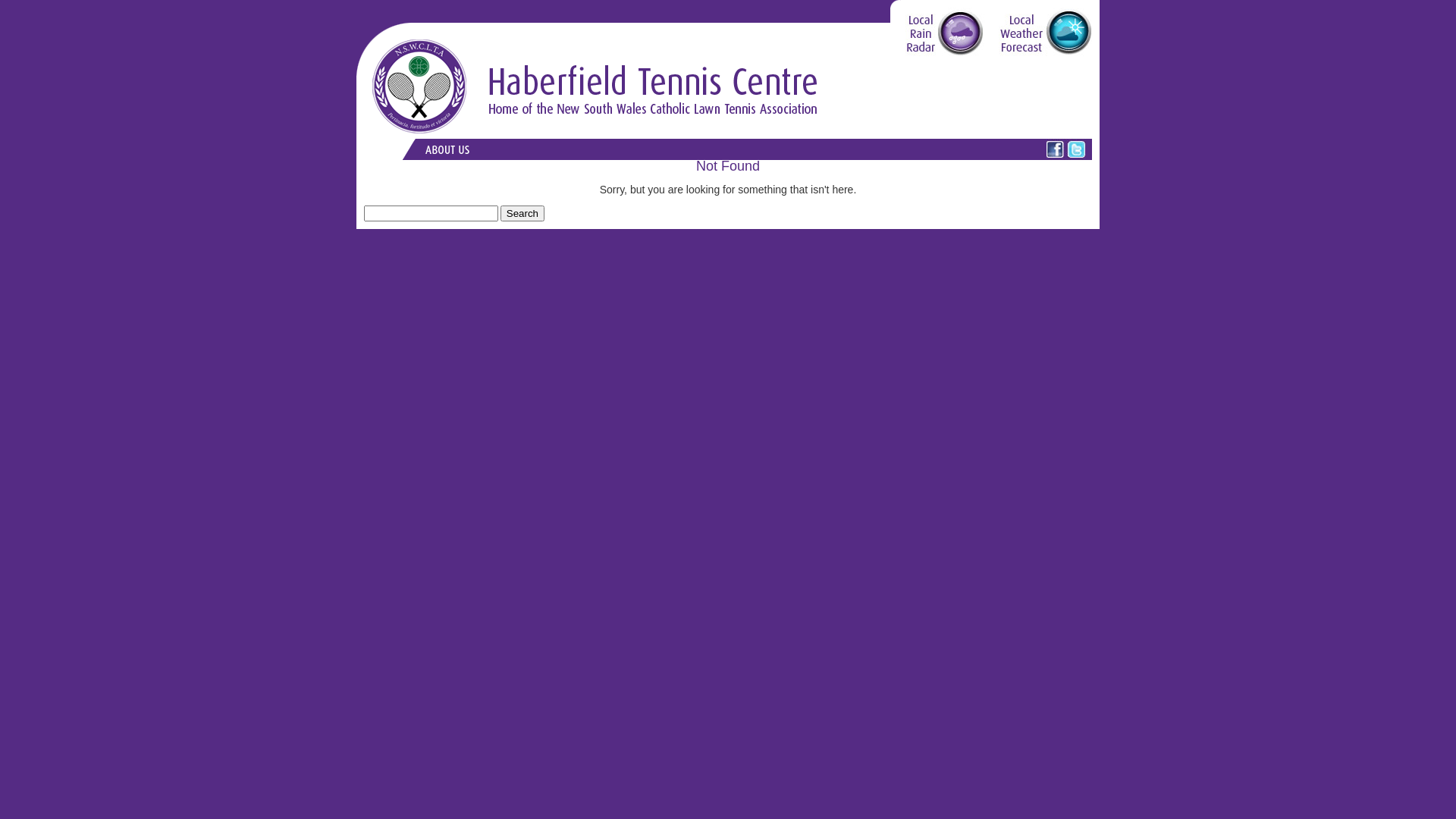  Describe the element at coordinates (417, 149) in the screenshot. I see `'About Us'` at that location.